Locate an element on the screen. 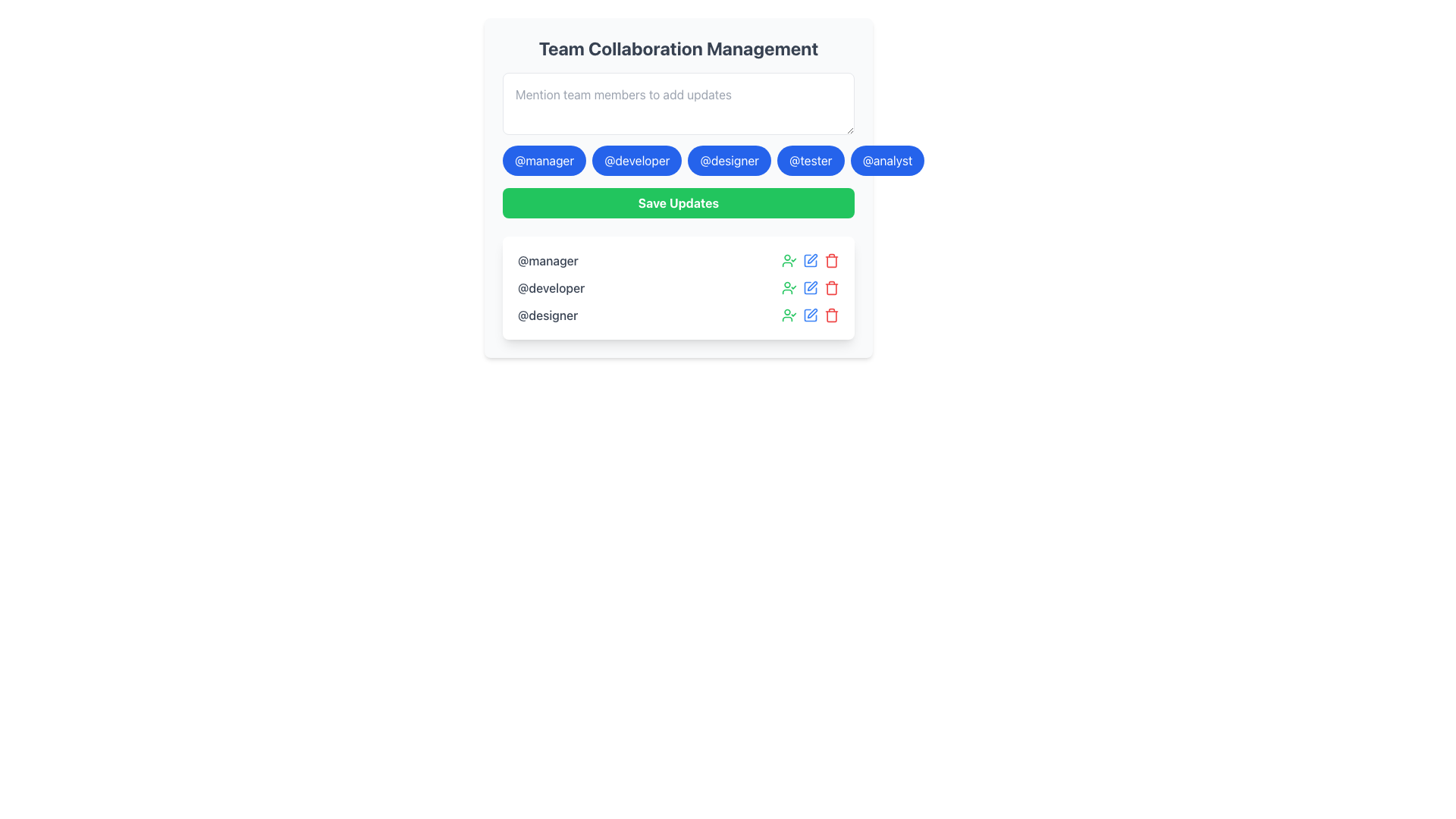  the green 'Save Updates' button with rounded corners is located at coordinates (677, 202).